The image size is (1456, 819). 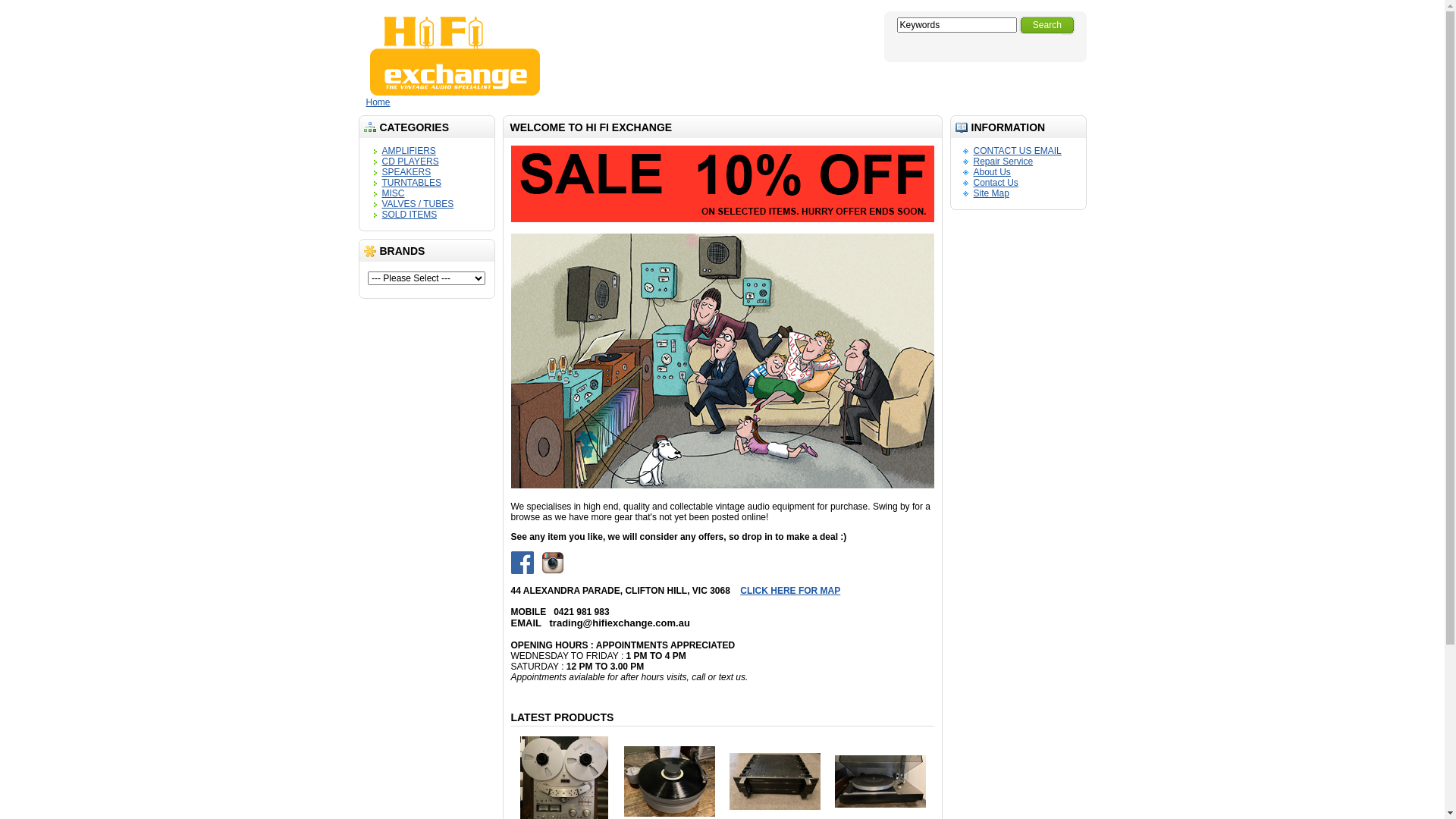 I want to click on 'SOLD ITEMS', so click(x=409, y=214).